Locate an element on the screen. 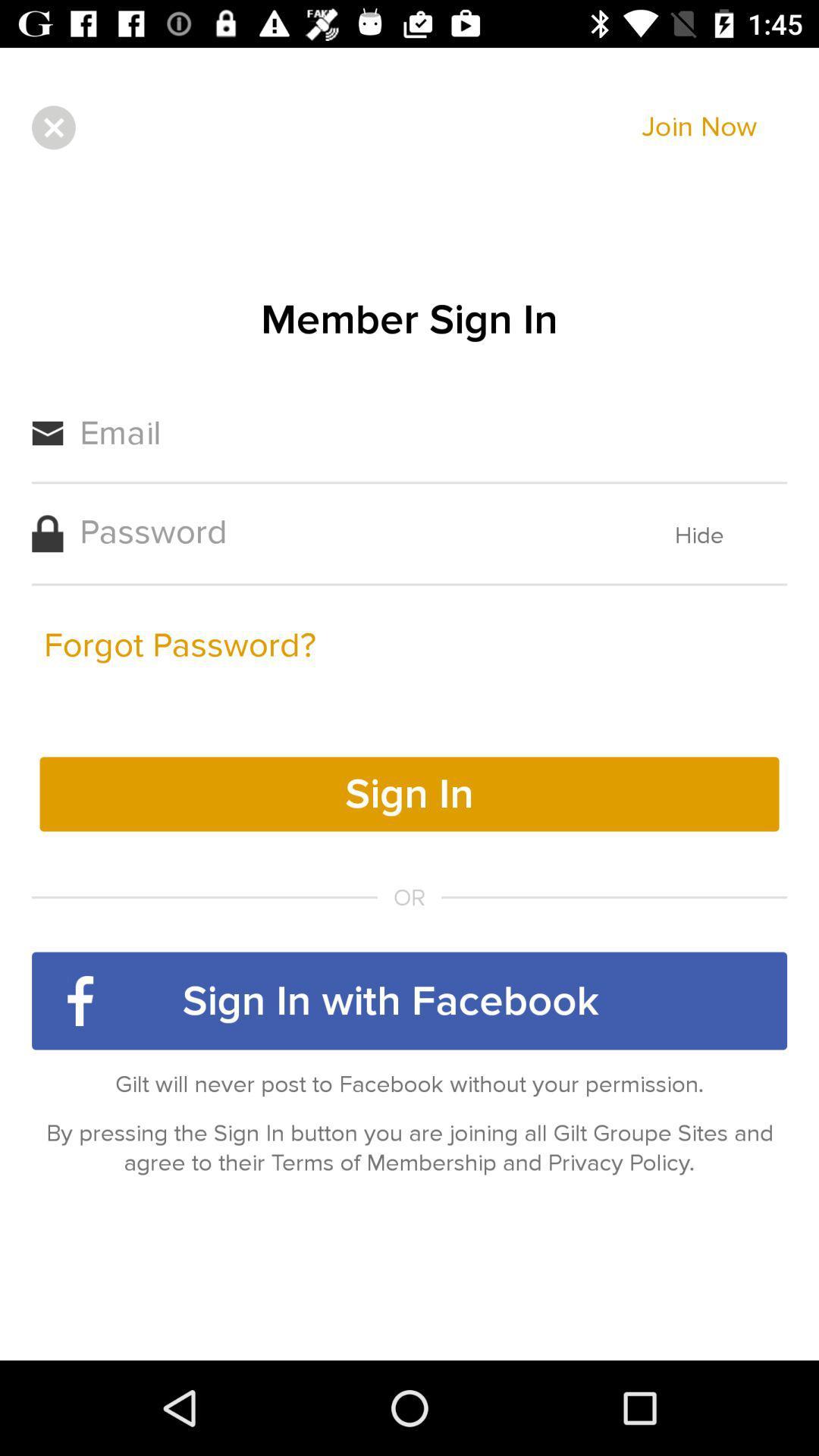 The width and height of the screenshot is (819, 1456). hide item is located at coordinates (699, 535).